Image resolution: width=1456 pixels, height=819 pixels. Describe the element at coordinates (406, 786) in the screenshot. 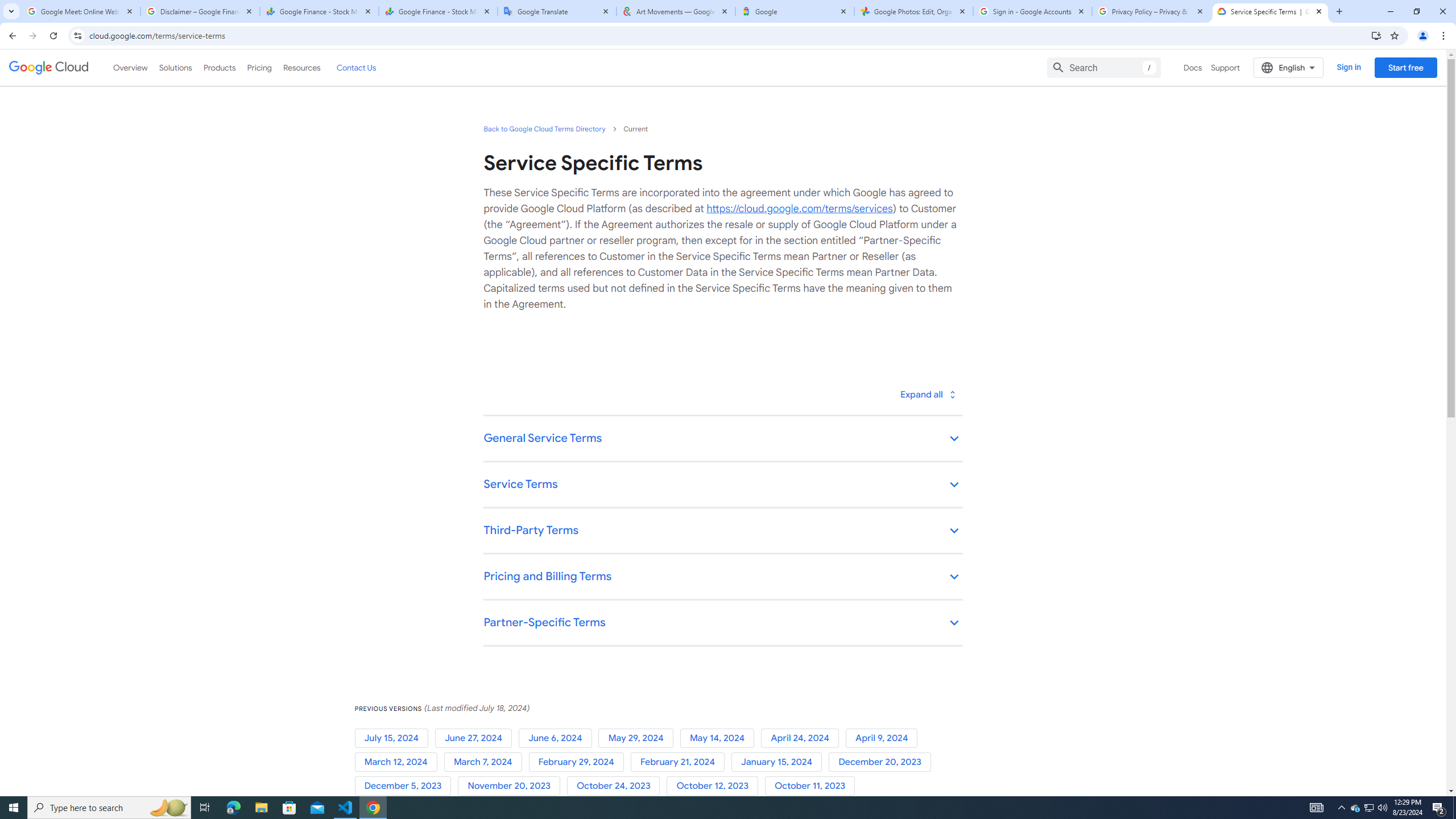

I see `'December 5, 2023'` at that location.